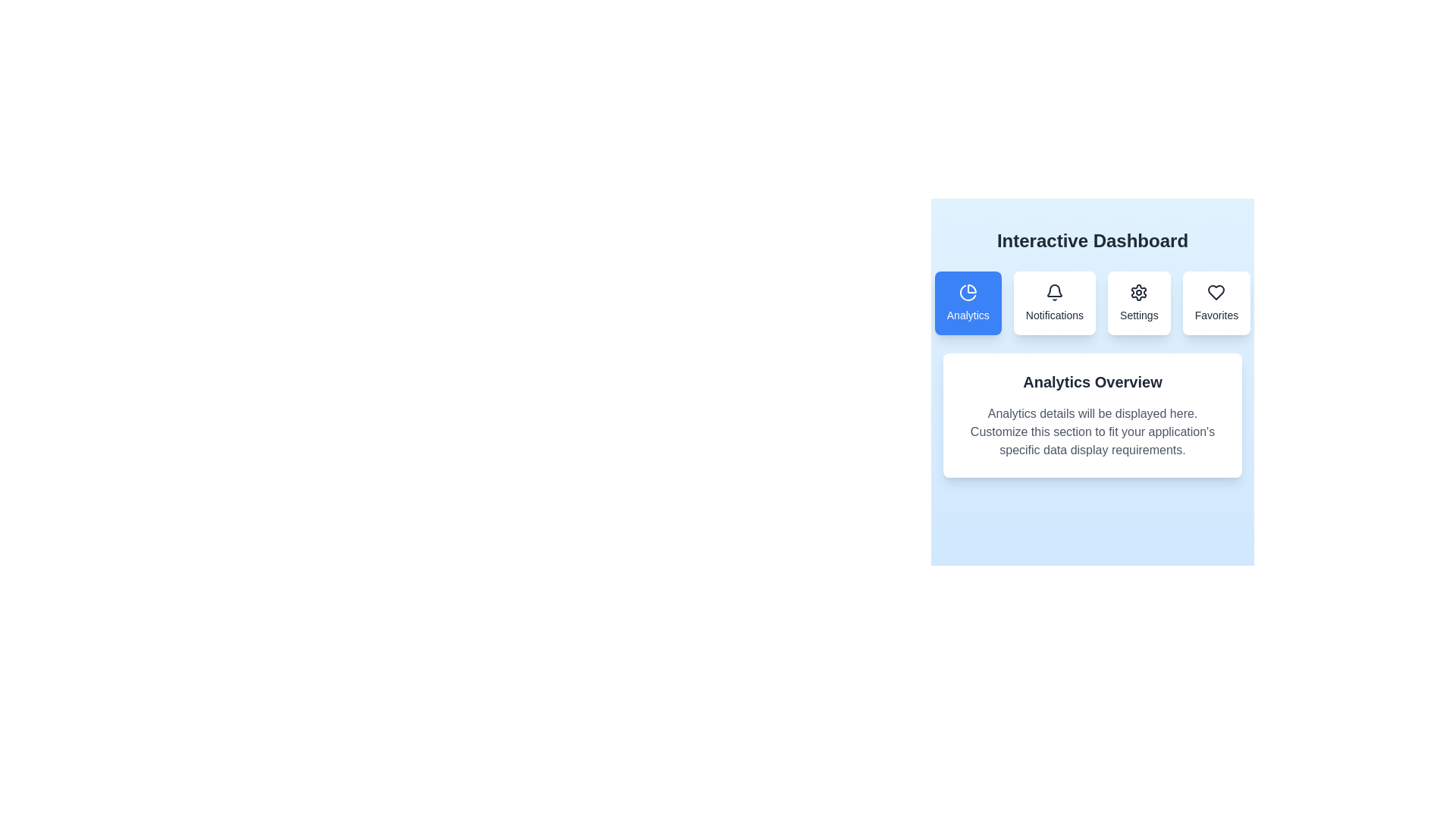  What do you see at coordinates (1139, 292) in the screenshot?
I see `the gear icon, which is part of the third tab in the horizontal navigation bar at the top section of the card layout` at bounding box center [1139, 292].